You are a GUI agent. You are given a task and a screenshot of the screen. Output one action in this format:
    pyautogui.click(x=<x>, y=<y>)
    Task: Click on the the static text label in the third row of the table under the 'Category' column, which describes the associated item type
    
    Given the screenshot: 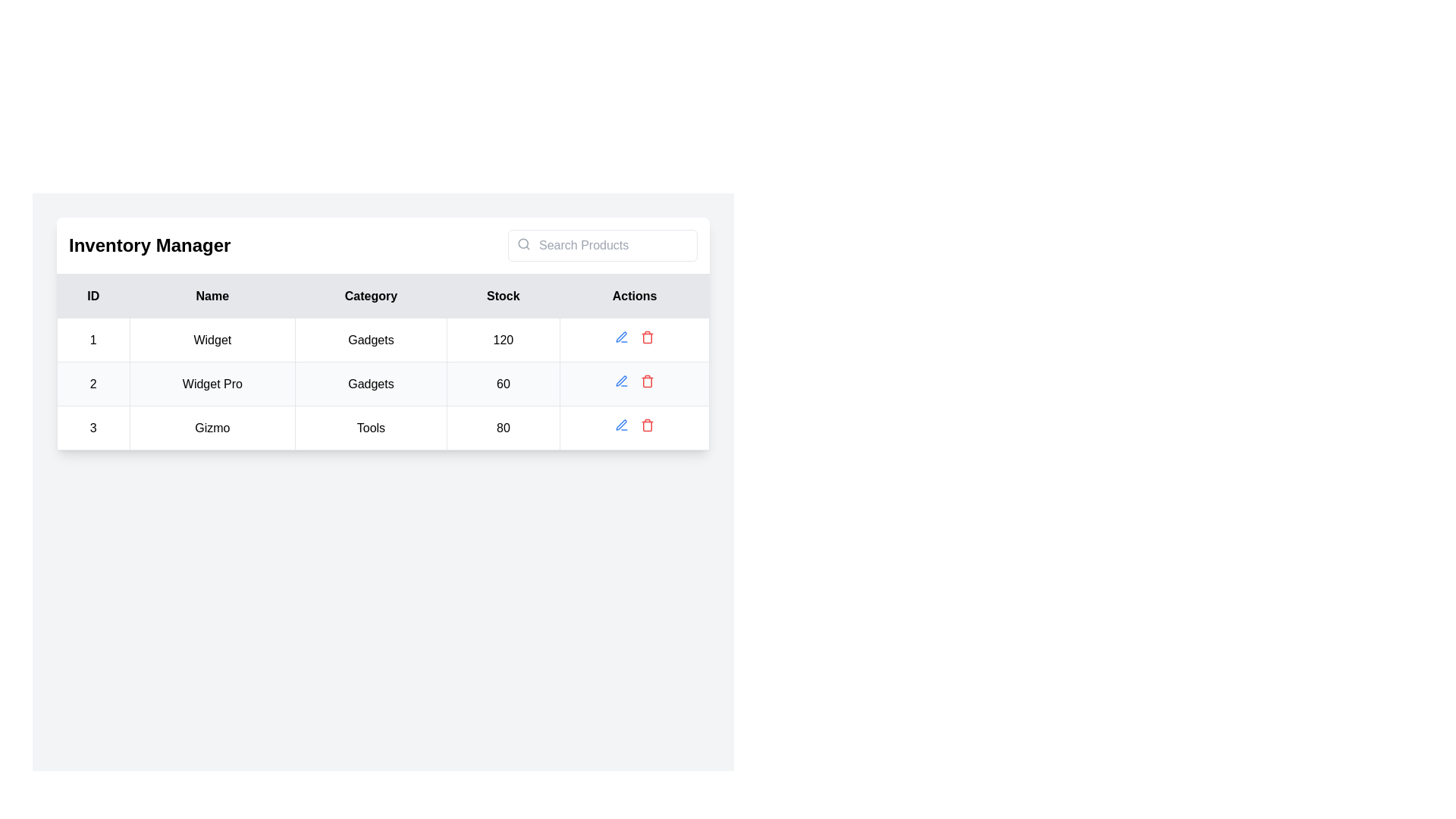 What is the action you would take?
    pyautogui.click(x=371, y=428)
    